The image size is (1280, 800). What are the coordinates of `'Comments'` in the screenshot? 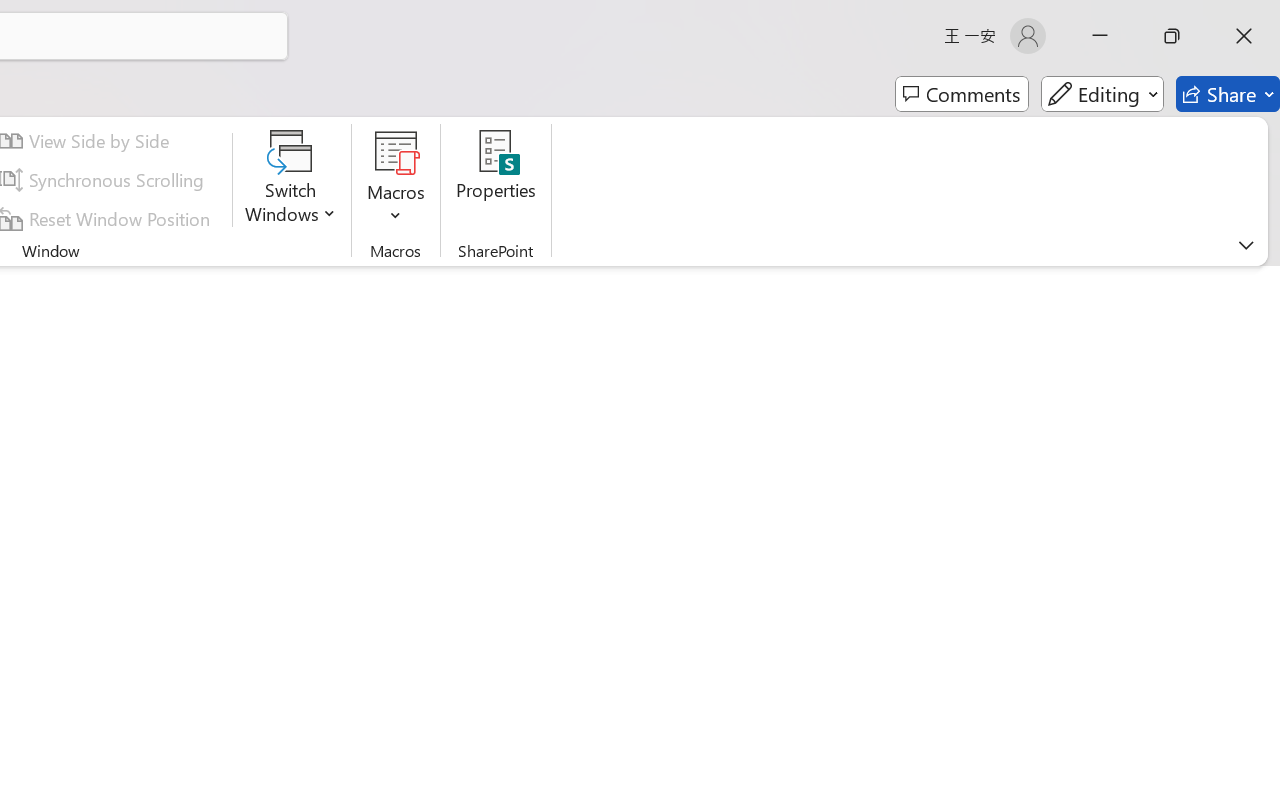 It's located at (961, 94).